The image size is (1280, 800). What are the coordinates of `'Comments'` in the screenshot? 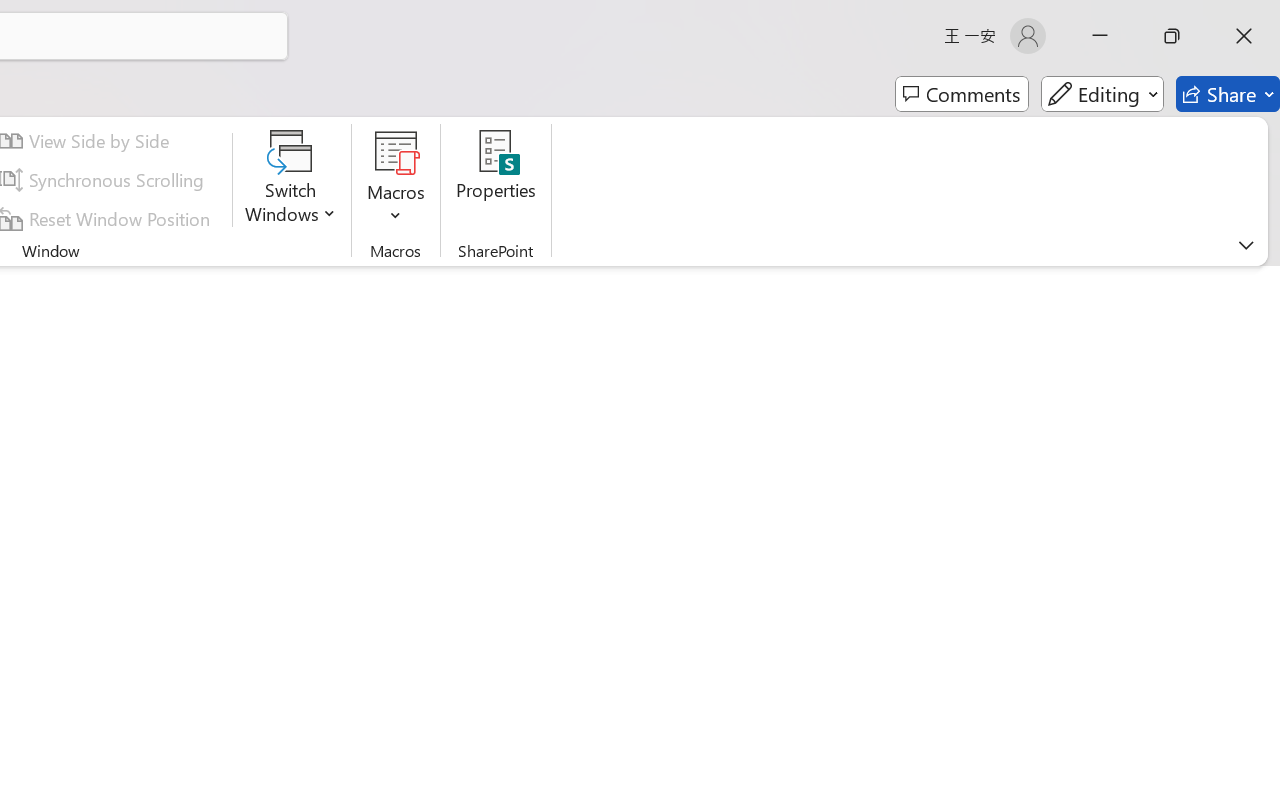 It's located at (961, 94).